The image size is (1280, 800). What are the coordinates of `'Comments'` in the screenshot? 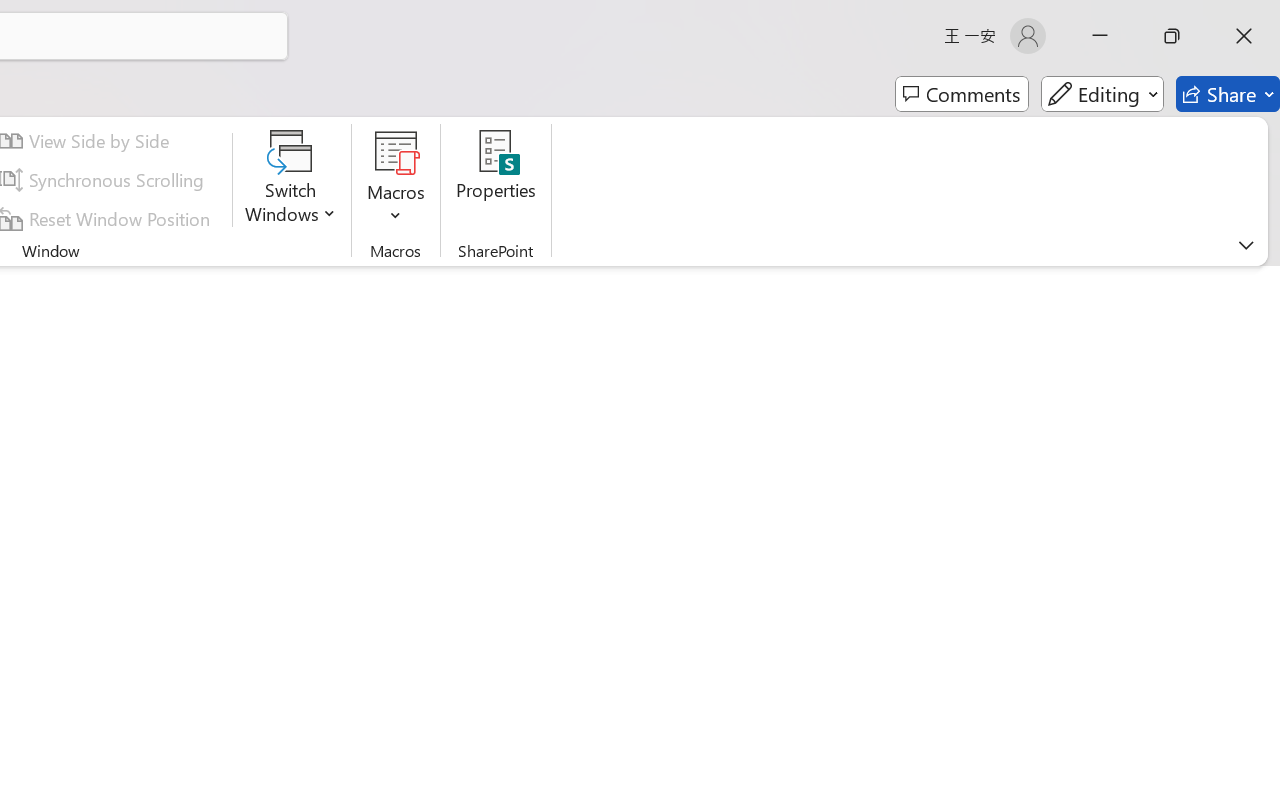 It's located at (961, 94).